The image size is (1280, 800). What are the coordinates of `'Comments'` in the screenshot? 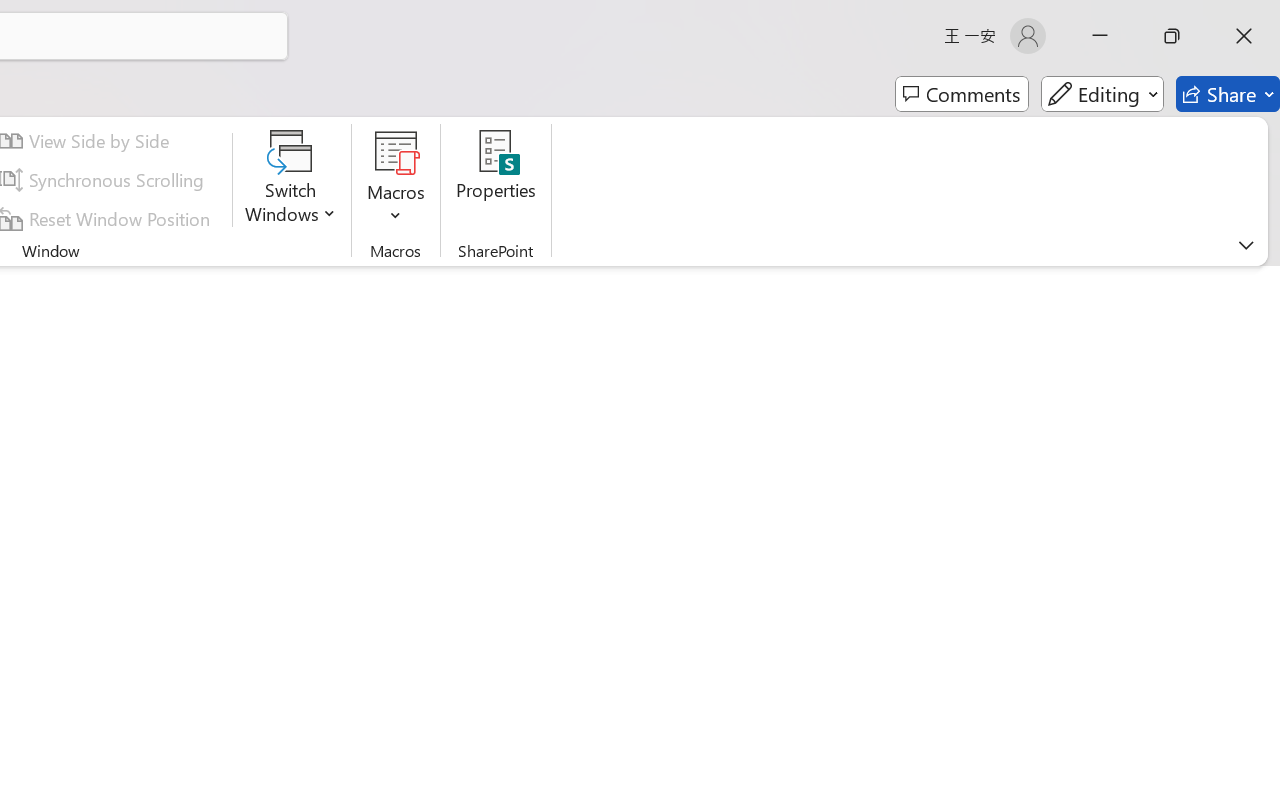 It's located at (961, 94).